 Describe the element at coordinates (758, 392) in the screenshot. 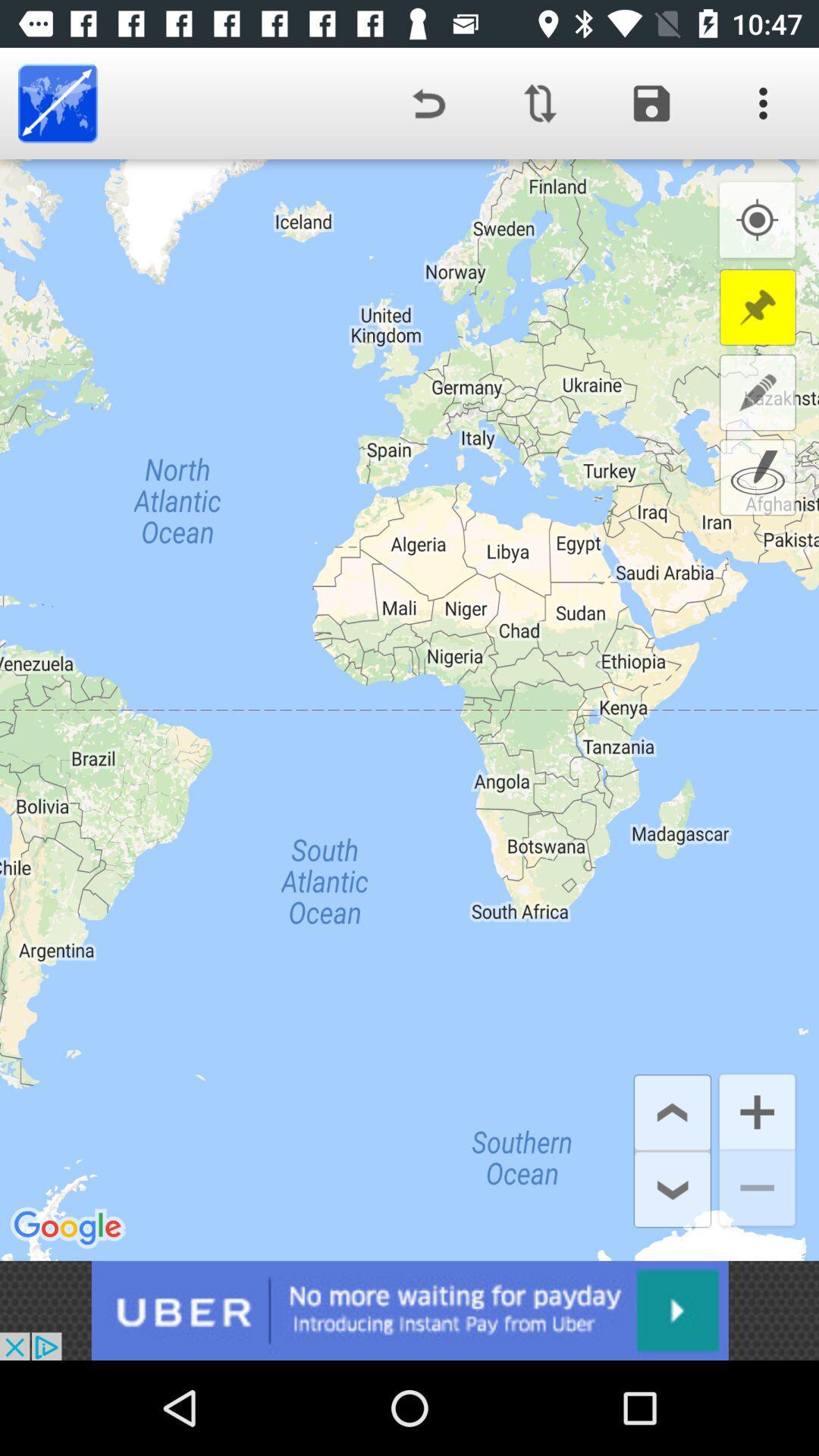

I see `the edit icon` at that location.